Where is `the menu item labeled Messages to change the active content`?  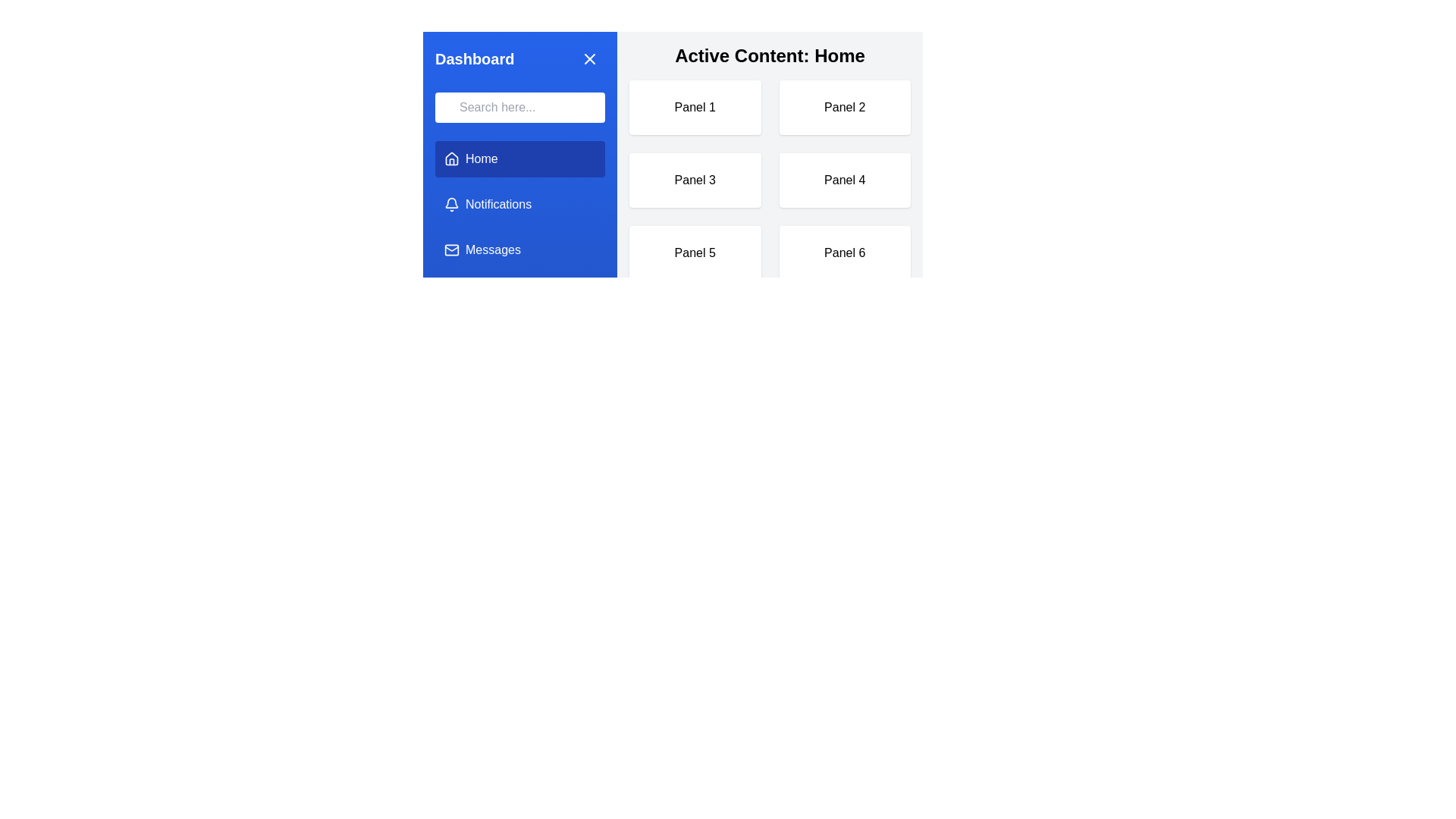 the menu item labeled Messages to change the active content is located at coordinates (520, 249).